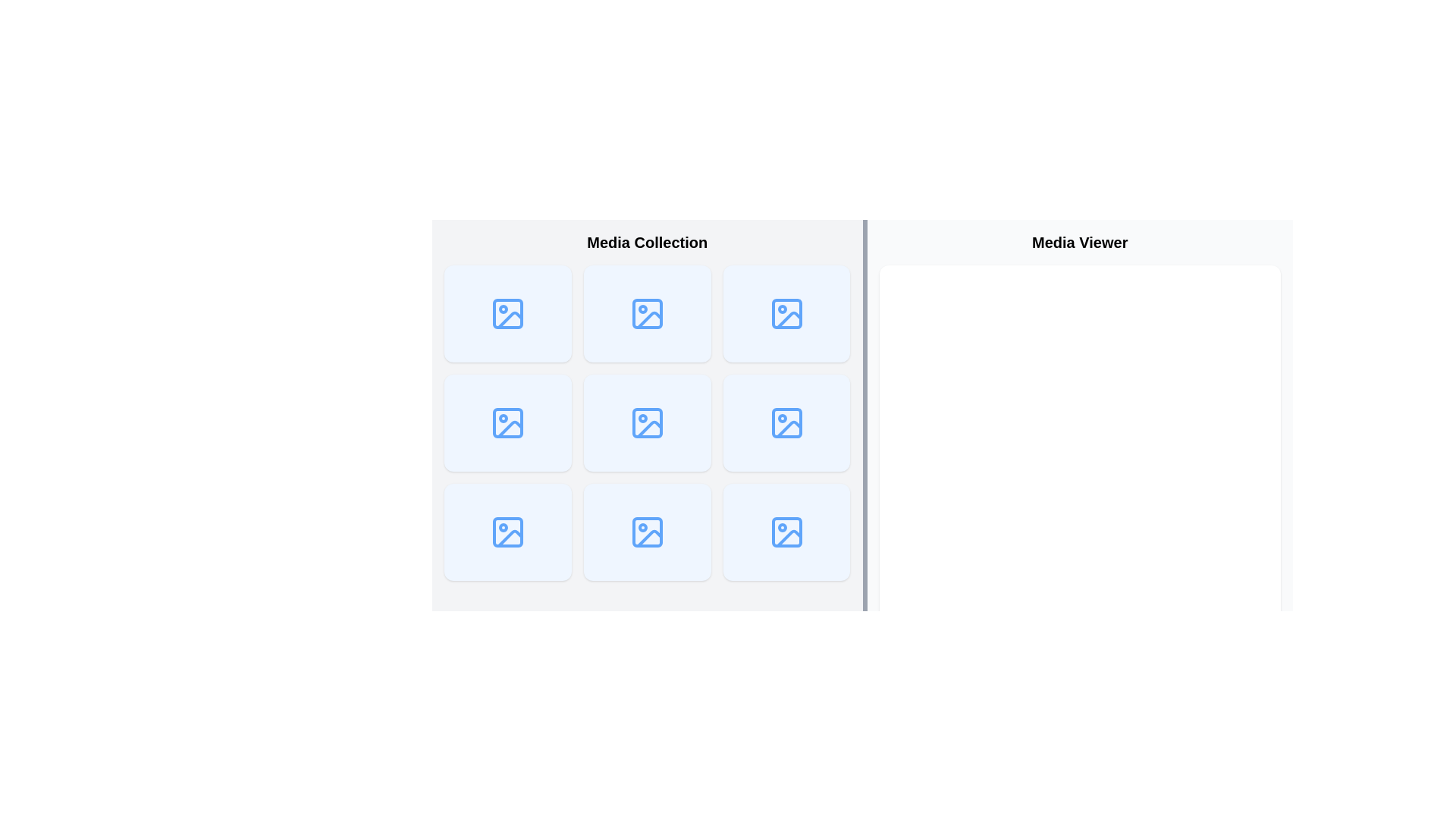 The image size is (1456, 819). I want to click on the blue image icon located in the top-middle position of the 3x3 grid, so click(647, 312).